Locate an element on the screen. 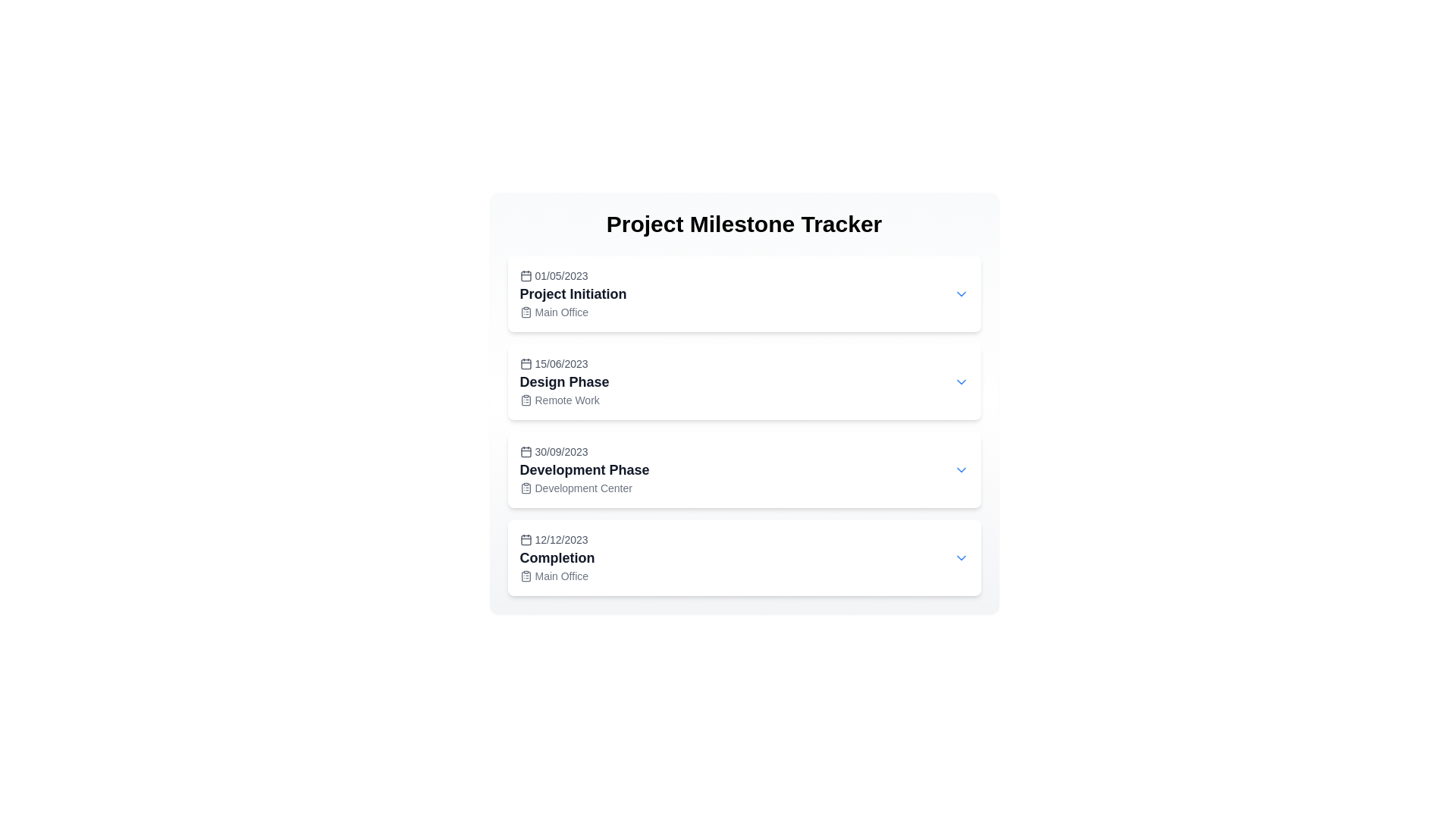 This screenshot has width=1456, height=819. the filled square icon in the central portion of the calendar icon that symbolizes a highlighted date or event, located to the left of the '15/06/2023 Design Phase' text is located at coordinates (526, 364).